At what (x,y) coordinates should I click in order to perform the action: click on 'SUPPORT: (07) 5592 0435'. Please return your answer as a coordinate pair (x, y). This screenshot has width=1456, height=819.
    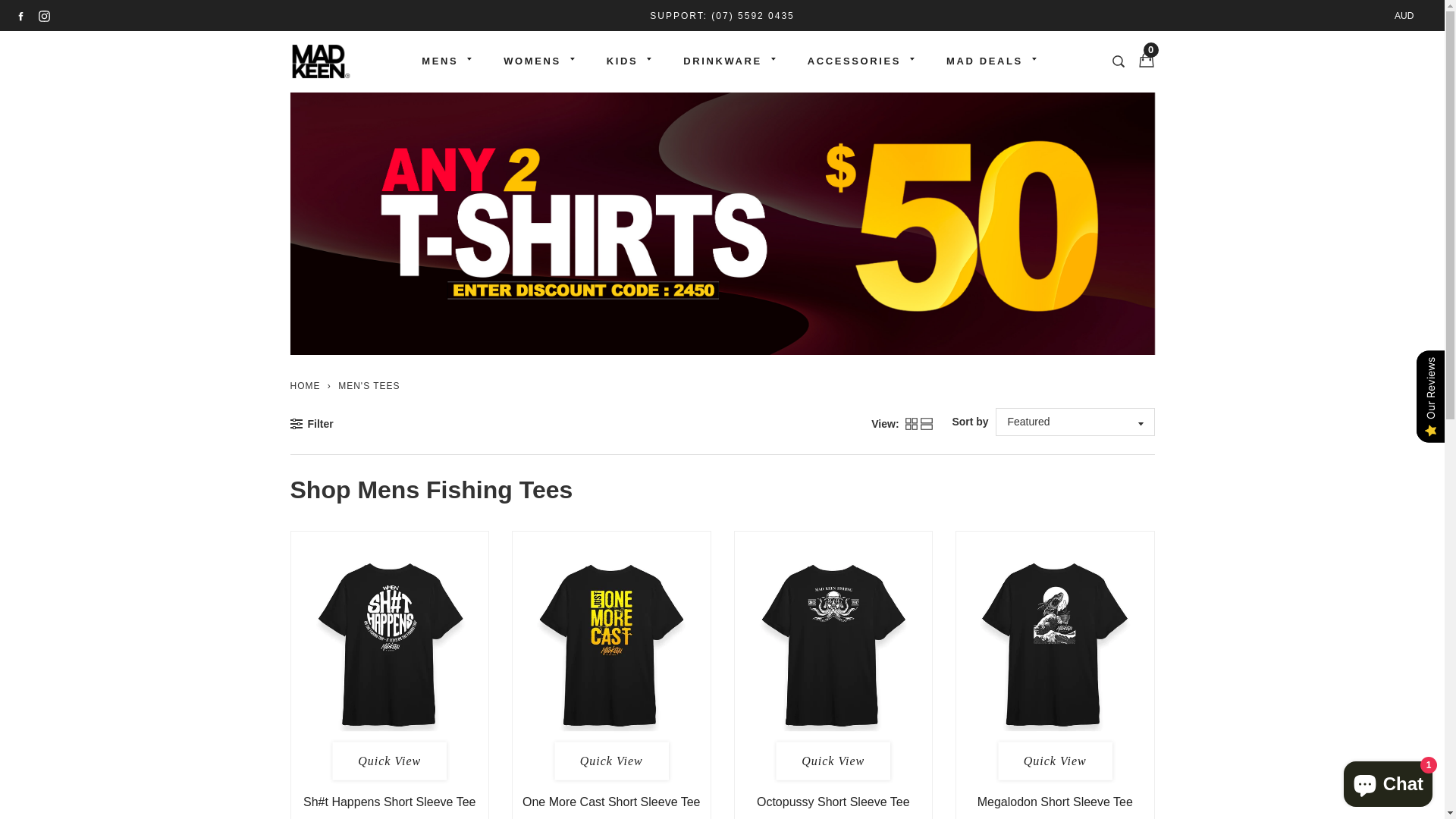
    Looking at the image, I should click on (650, 15).